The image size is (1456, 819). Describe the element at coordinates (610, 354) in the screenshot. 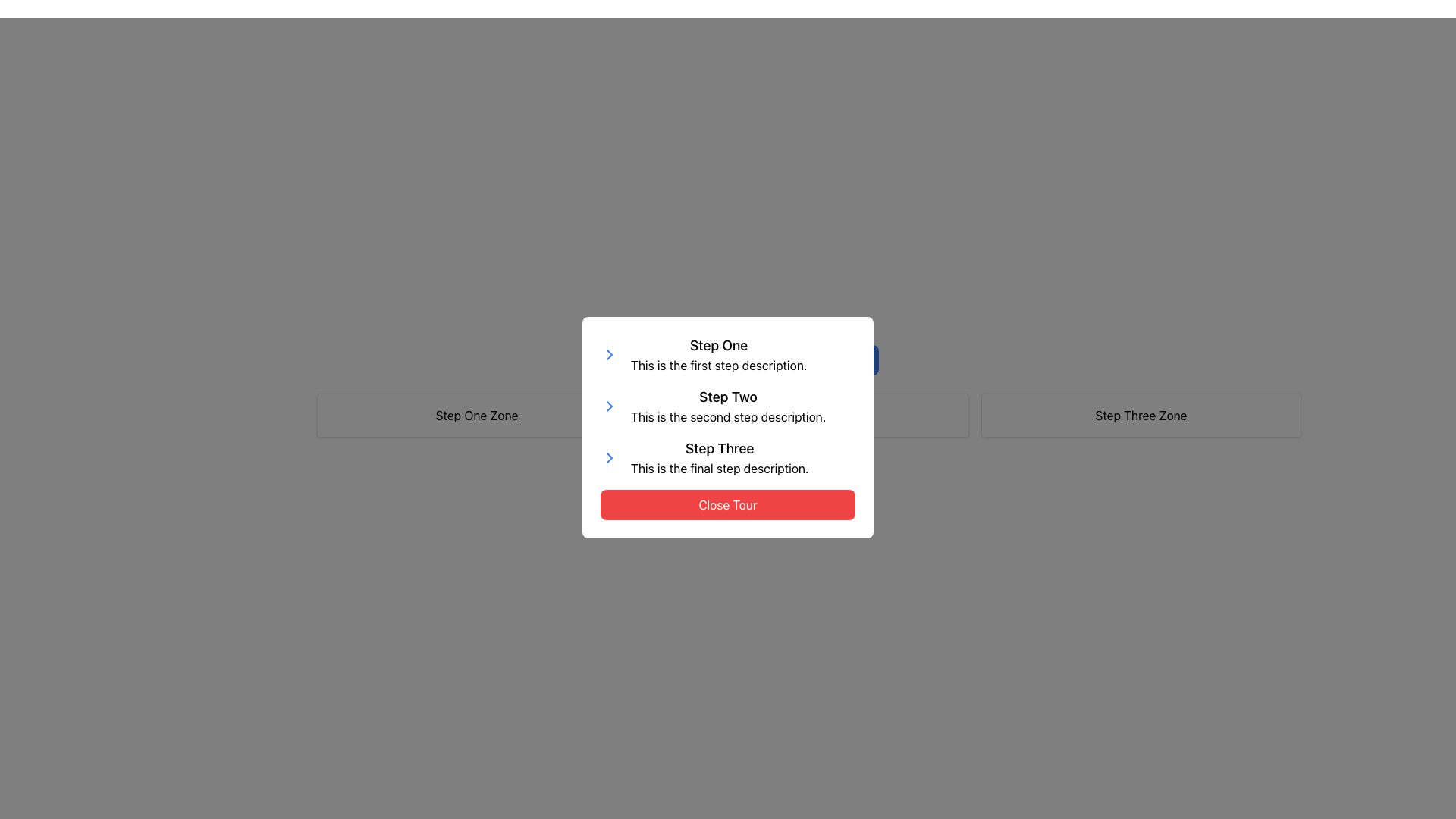

I see `the icon that indicates the active step in the multi-step interface, positioned in the top-left corner directly left of the 'Step One' title` at that location.